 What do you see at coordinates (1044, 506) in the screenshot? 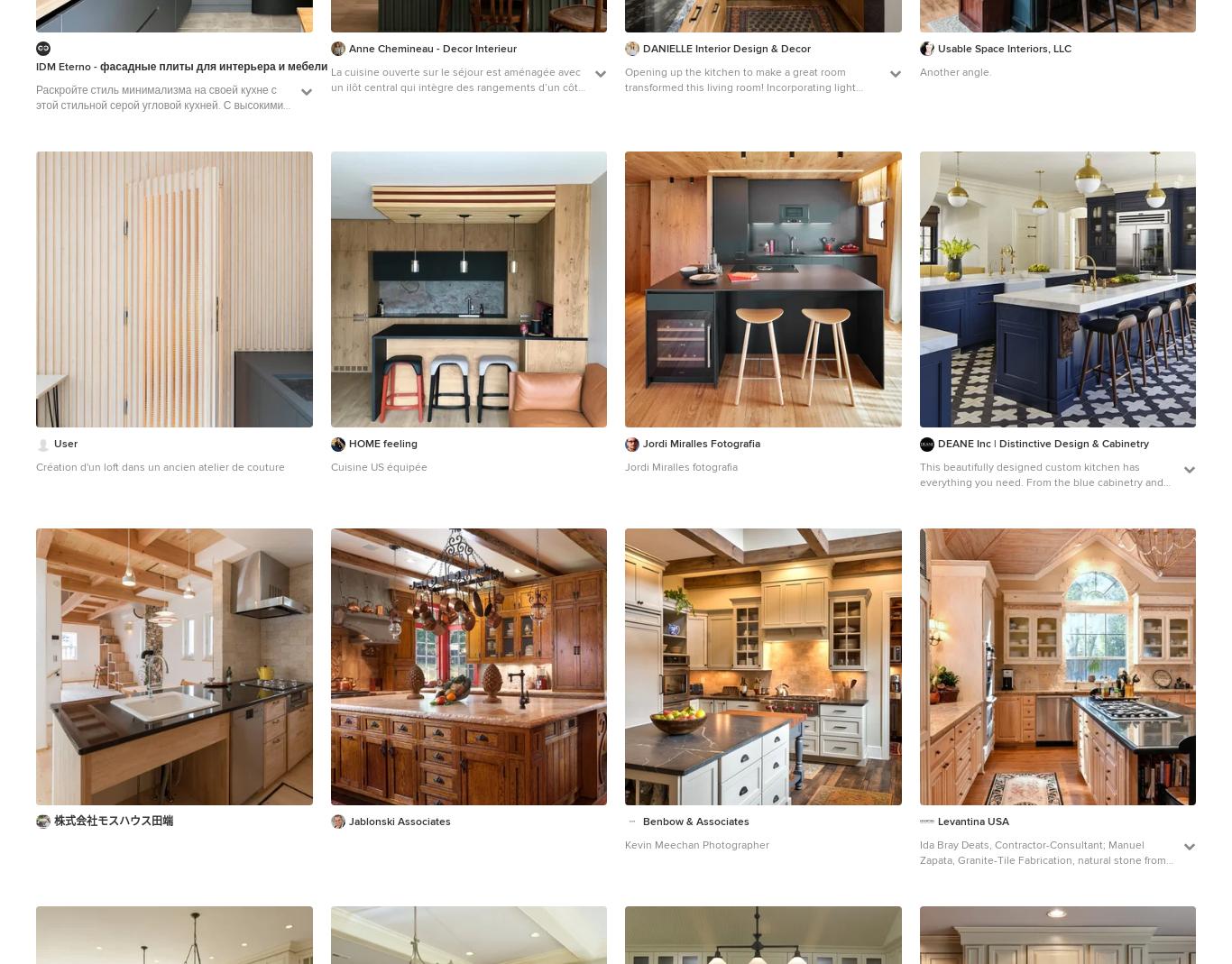
I see `'This beautifully designed custom kitchen has everything you need.  From the blue cabinetry and detailed woodwork to the marble countertops and black and white tile flooring, it provides an open workspace with ample space to entertain family and friends.'` at bounding box center [1044, 506].